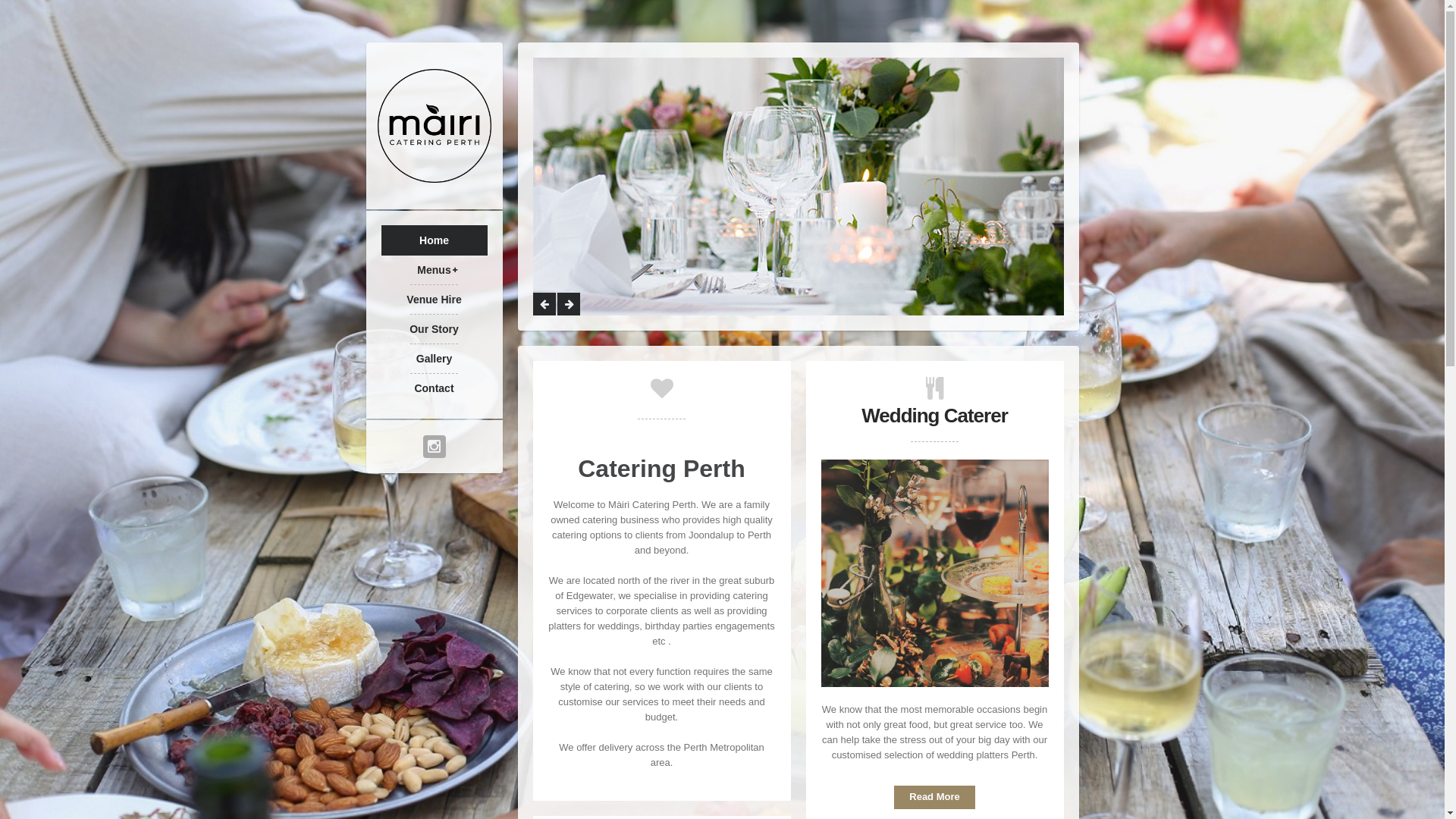 This screenshot has width=1456, height=819. I want to click on 'Menus', so click(432, 268).